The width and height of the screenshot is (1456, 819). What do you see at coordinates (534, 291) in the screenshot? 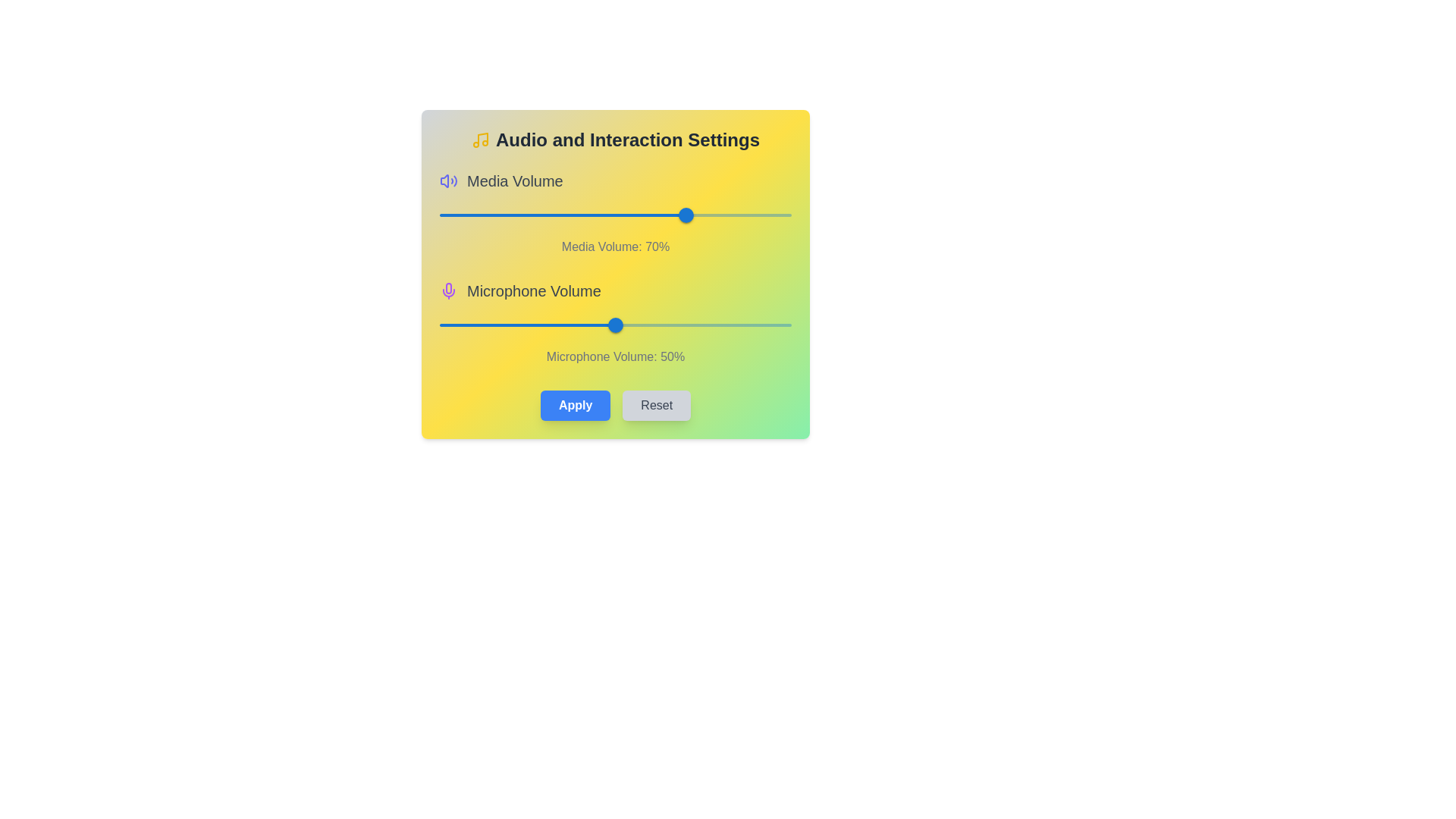
I see `the label for the microphone volume adjustment section, which is located to the right of a purple microphone icon in the settings menu` at bounding box center [534, 291].